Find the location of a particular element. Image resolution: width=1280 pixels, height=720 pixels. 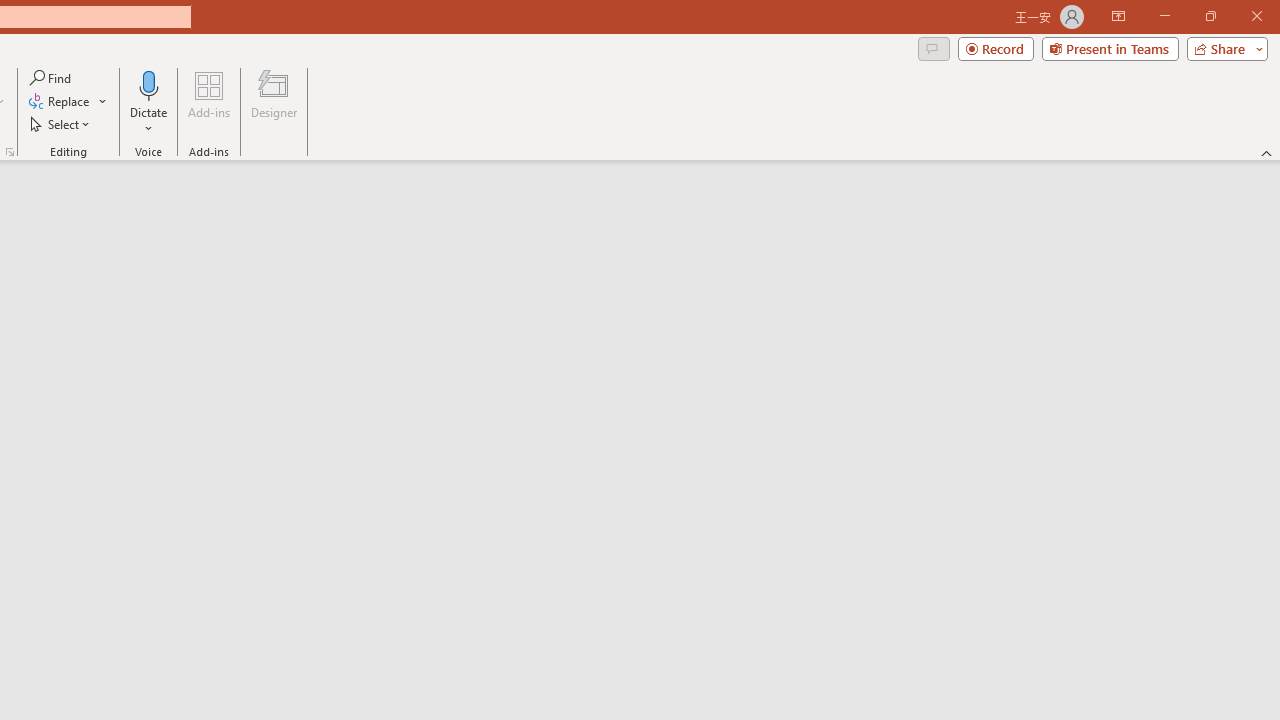

'Find...' is located at coordinates (51, 77).